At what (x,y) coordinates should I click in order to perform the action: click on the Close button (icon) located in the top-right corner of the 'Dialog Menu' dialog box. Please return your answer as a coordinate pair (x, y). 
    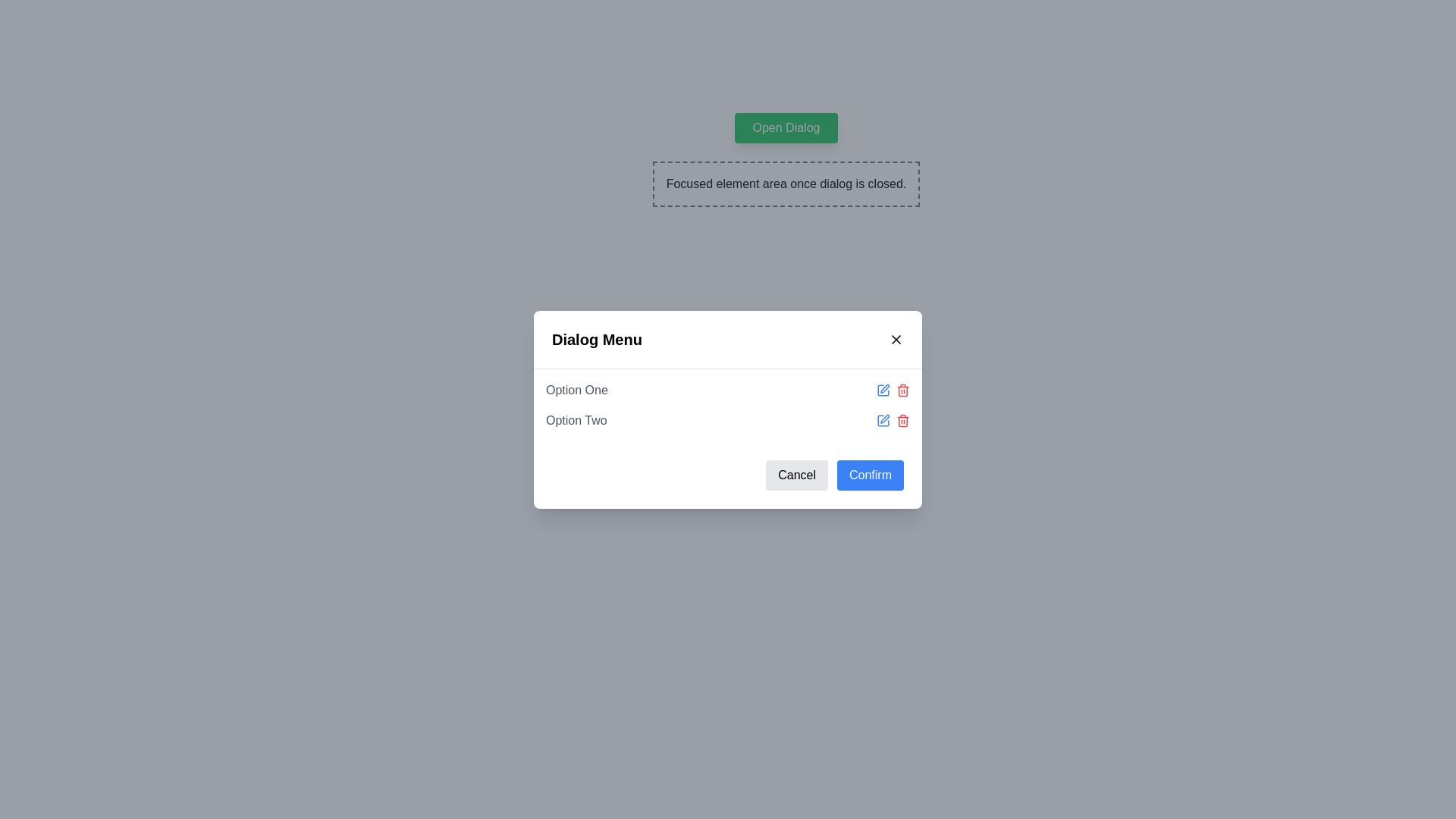
    Looking at the image, I should click on (896, 338).